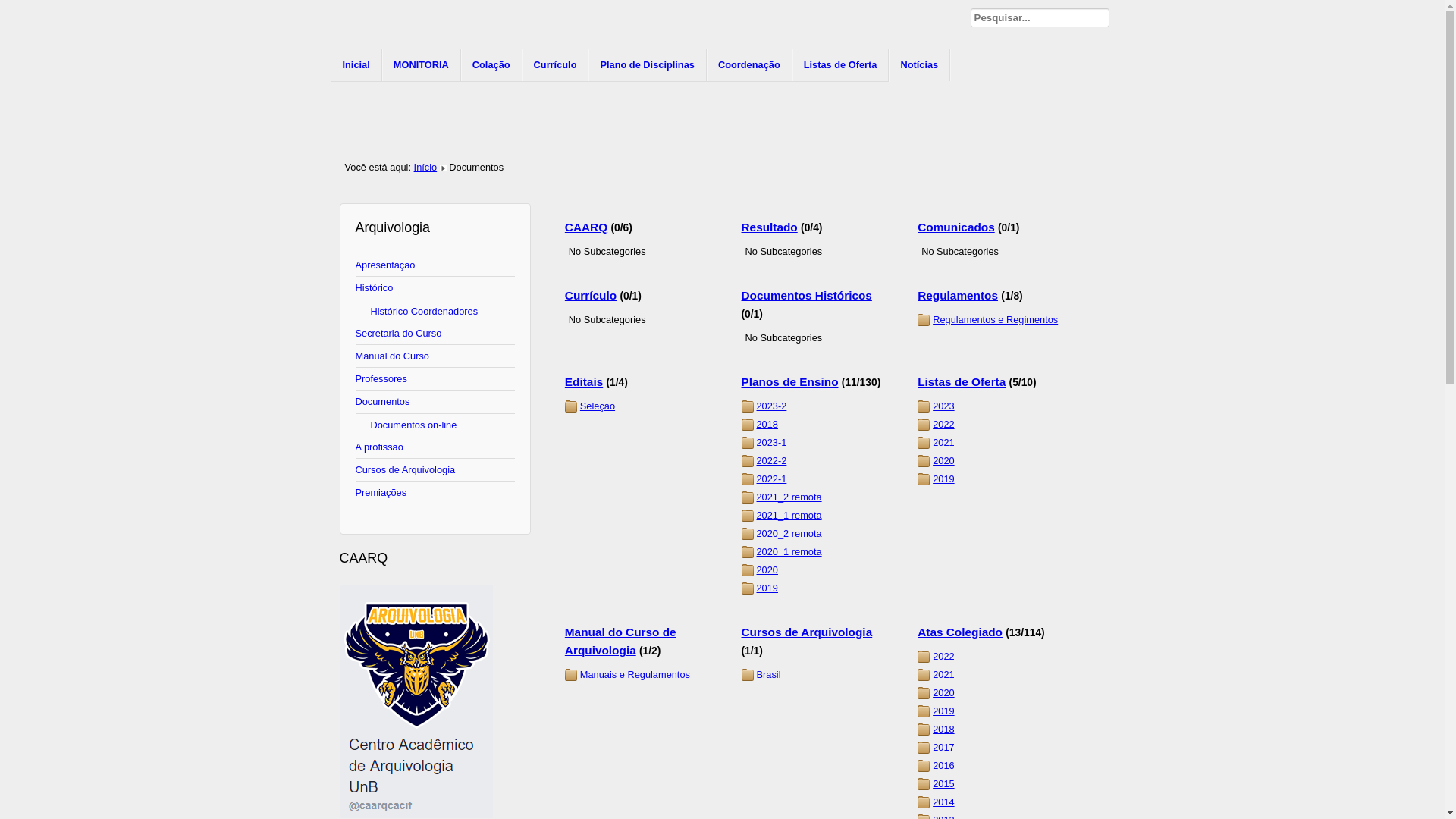  What do you see at coordinates (789, 551) in the screenshot?
I see `'2020_1 remota'` at bounding box center [789, 551].